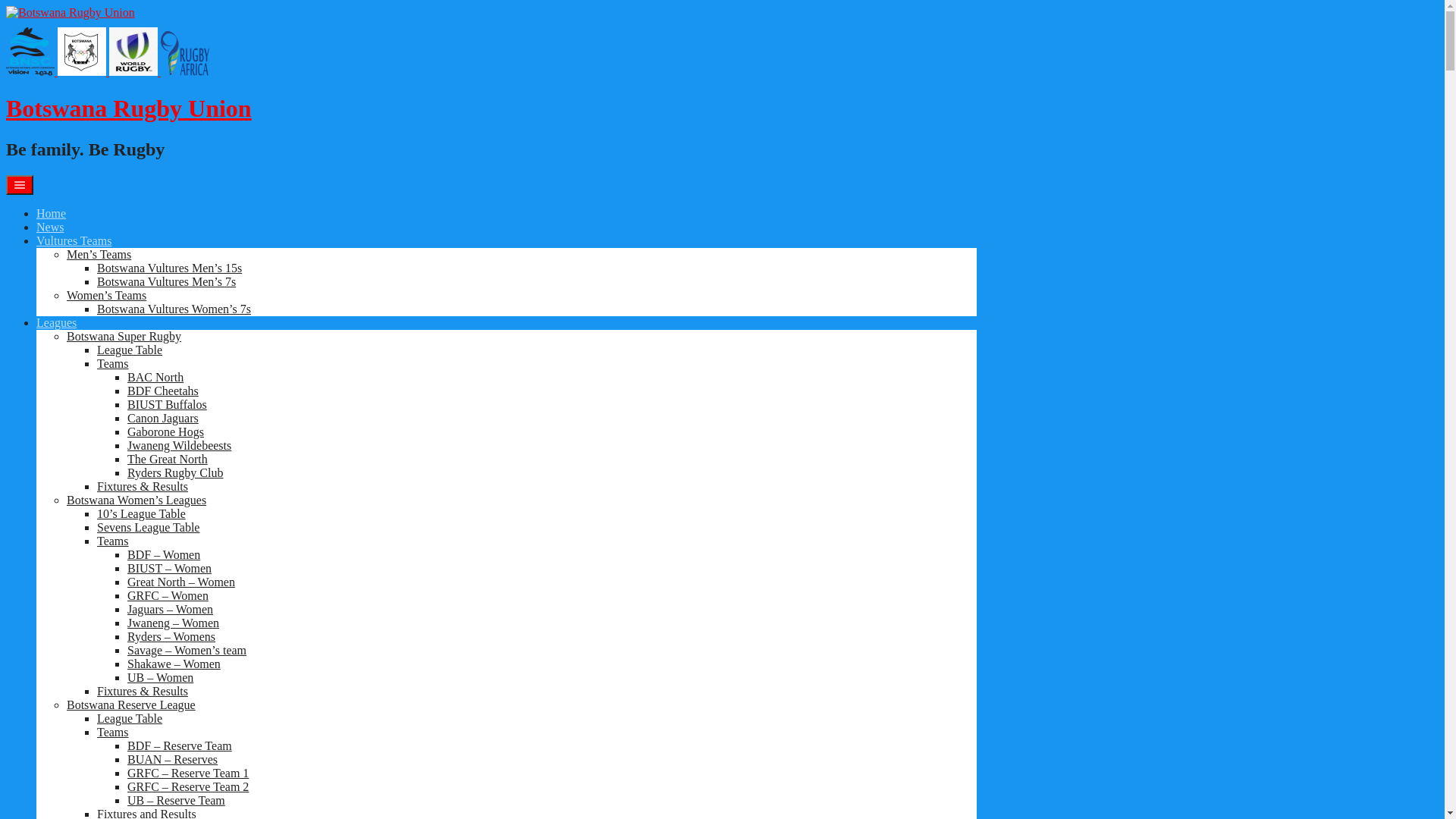 The height and width of the screenshot is (819, 1456). Describe the element at coordinates (30, 51) in the screenshot. I see `'Botswana  National Sports Council'` at that location.